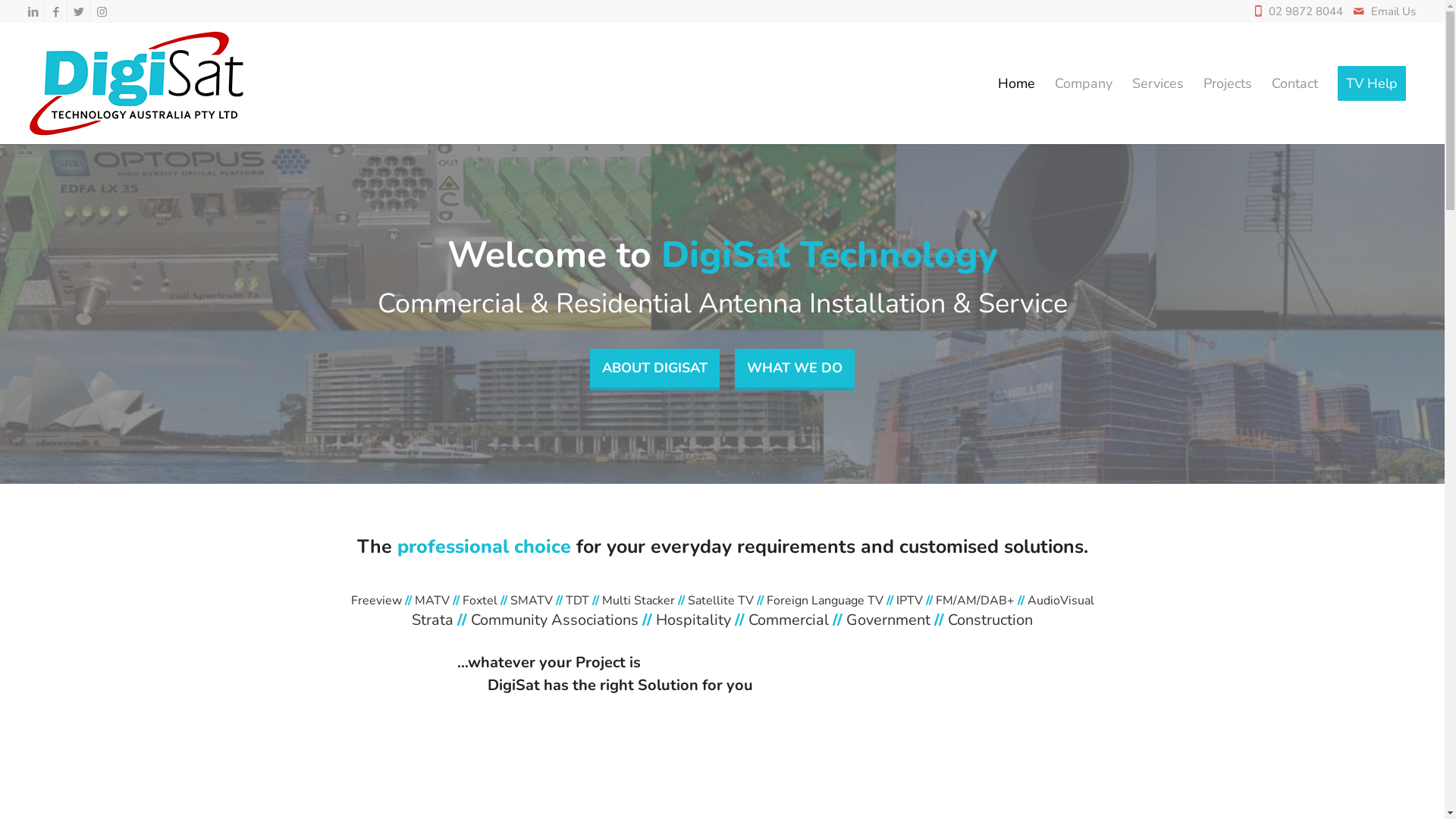  What do you see at coordinates (1294, 83) in the screenshot?
I see `'Contact'` at bounding box center [1294, 83].